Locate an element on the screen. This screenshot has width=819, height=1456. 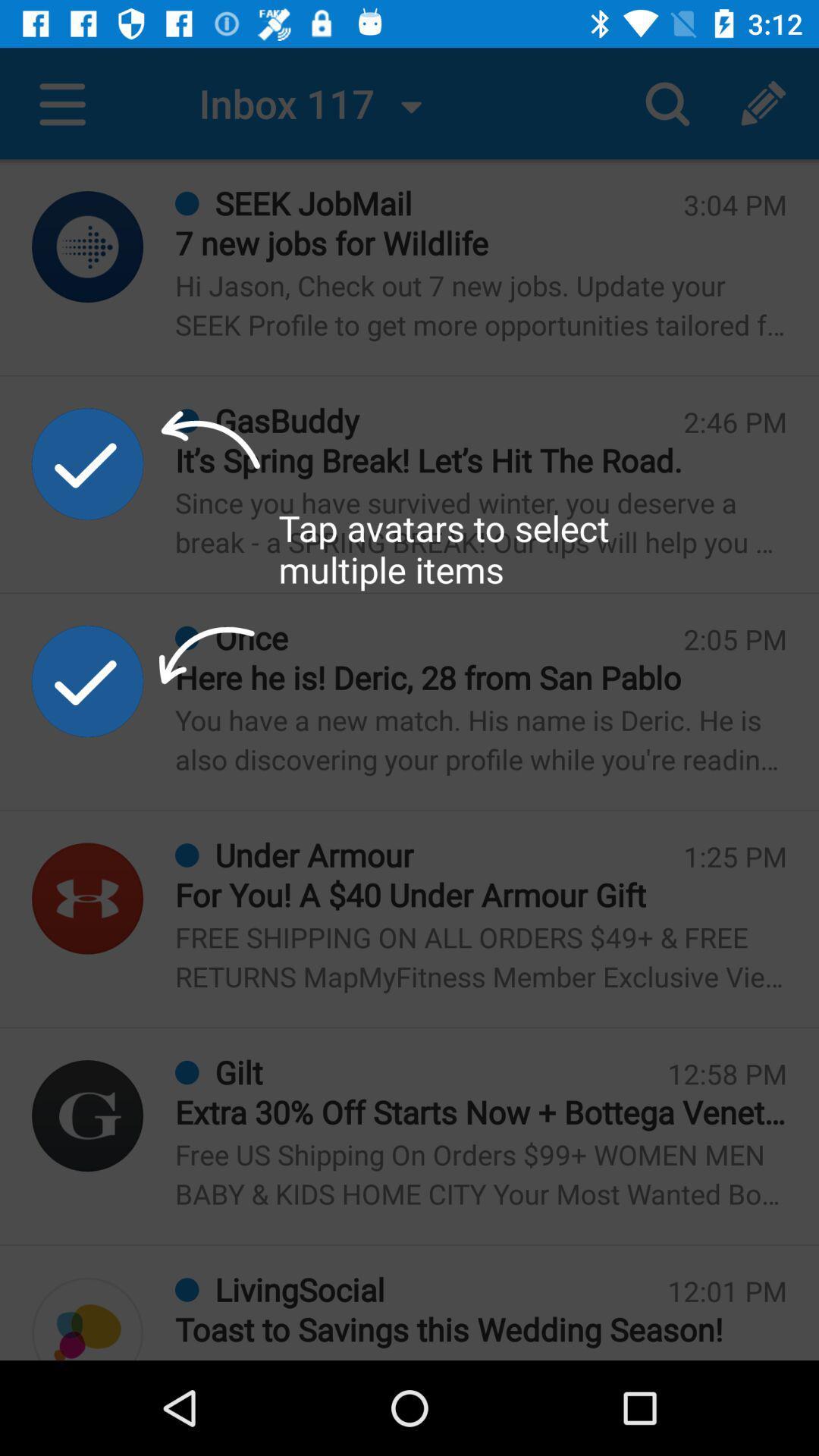
advertisement is located at coordinates (87, 680).